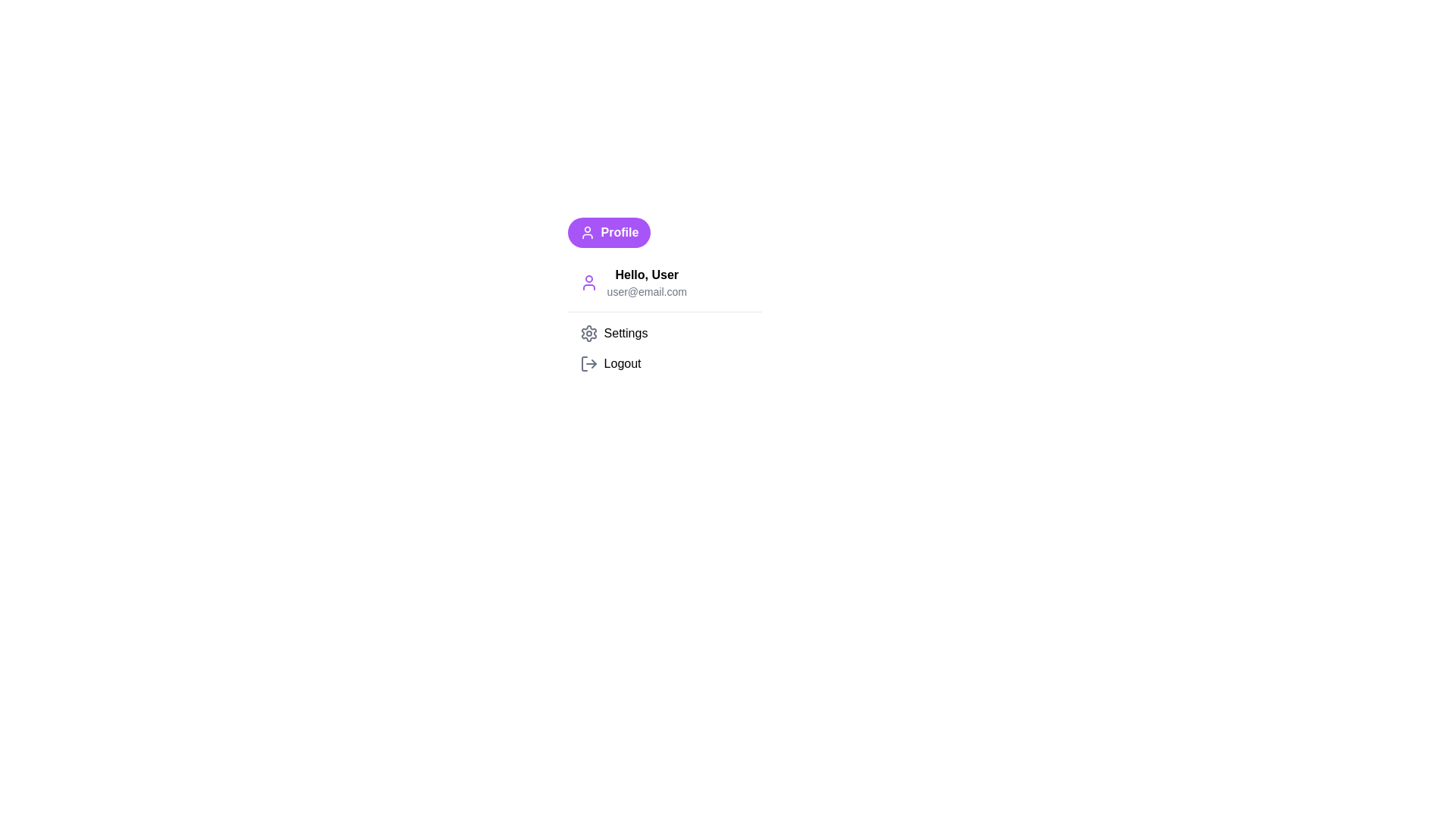 The image size is (1456, 819). Describe the element at coordinates (664, 363) in the screenshot. I see `the 'Logout' option in the dropdown menu` at that location.